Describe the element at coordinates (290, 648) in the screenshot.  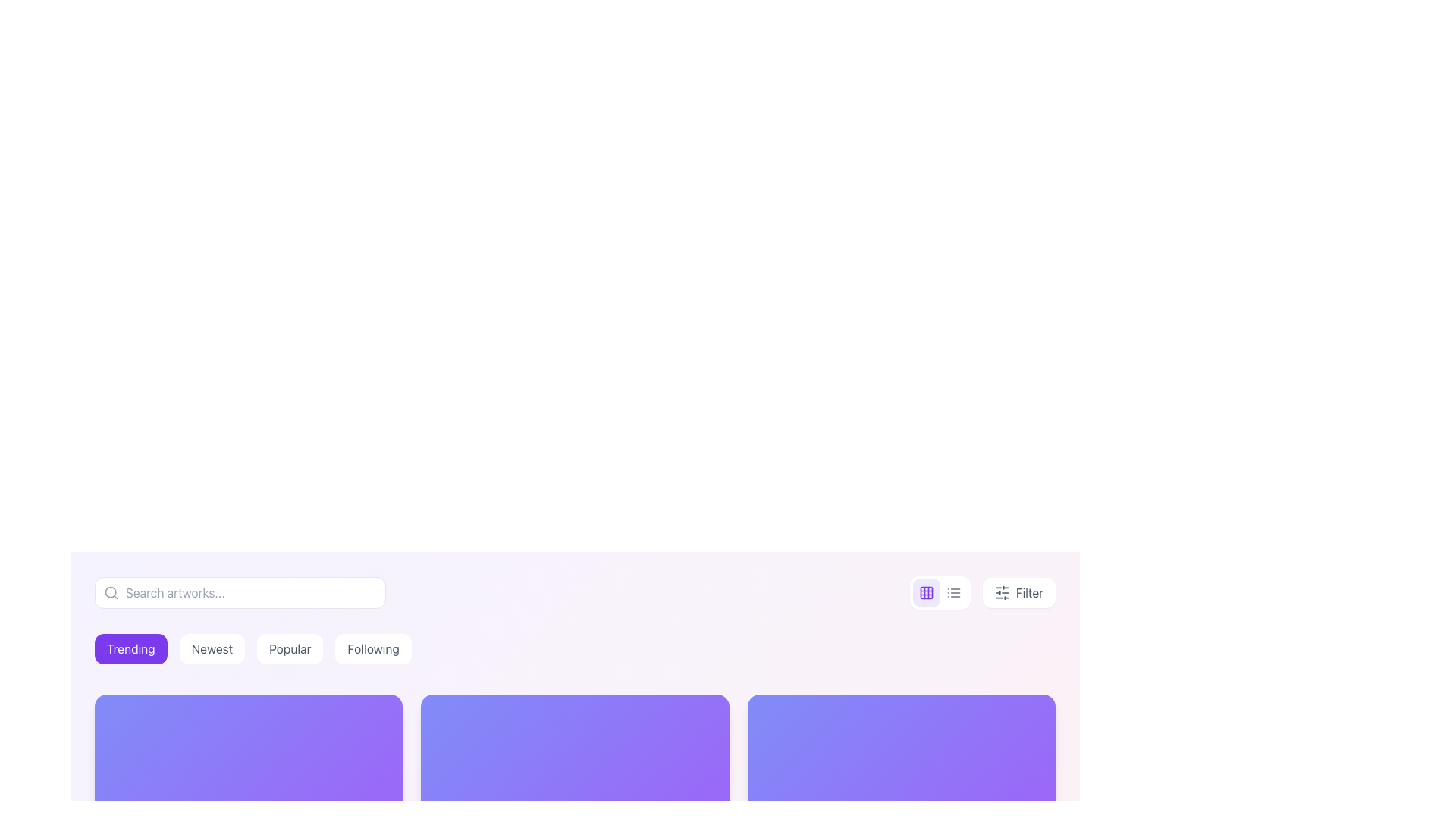
I see `the 'Popular' button, which is the third button from the left in a horizontal row of buttons labeled 'Trending', 'Newest', 'Popular', and 'Following'` at that location.